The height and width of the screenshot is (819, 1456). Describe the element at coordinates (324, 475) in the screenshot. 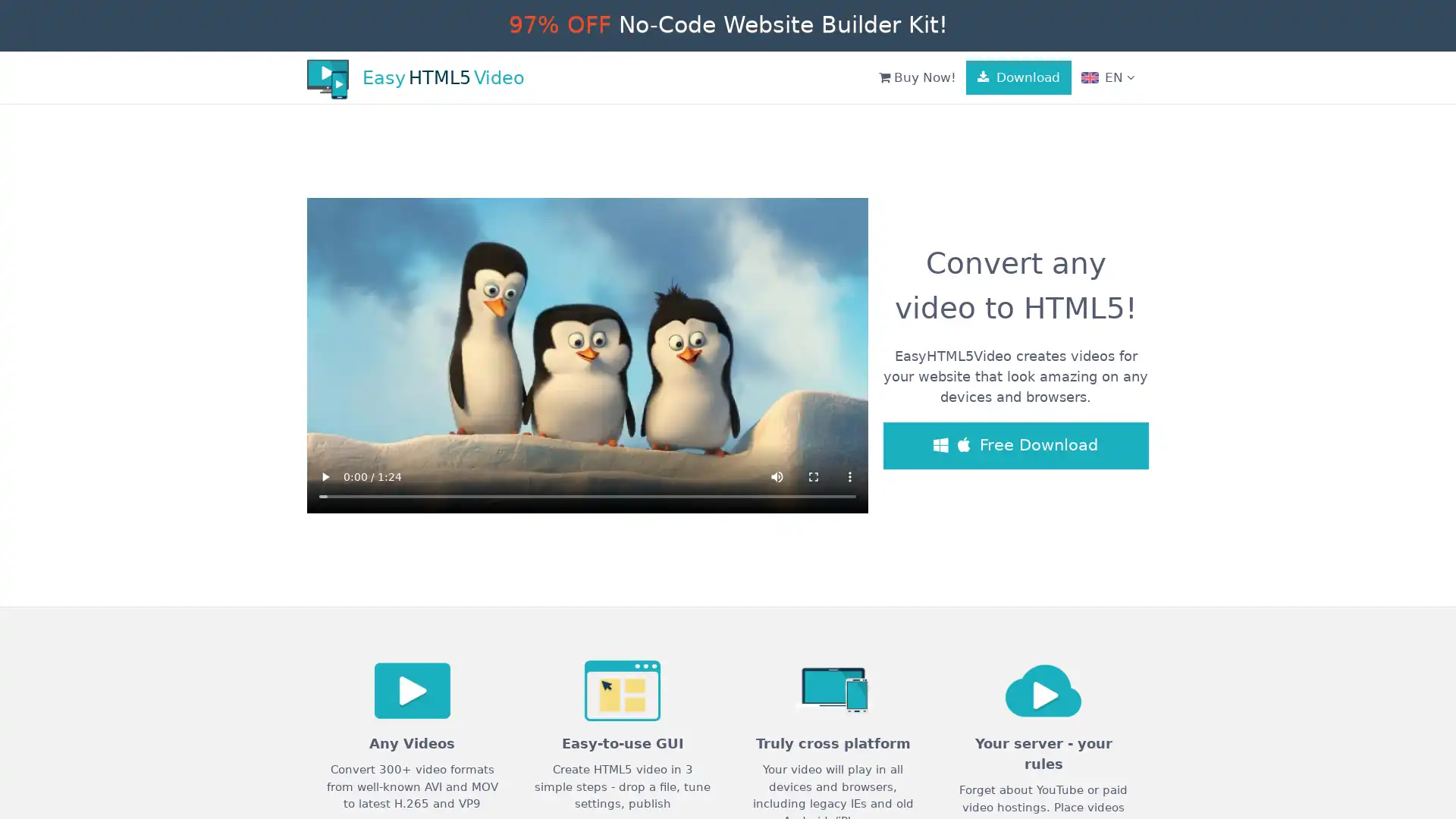

I see `play` at that location.